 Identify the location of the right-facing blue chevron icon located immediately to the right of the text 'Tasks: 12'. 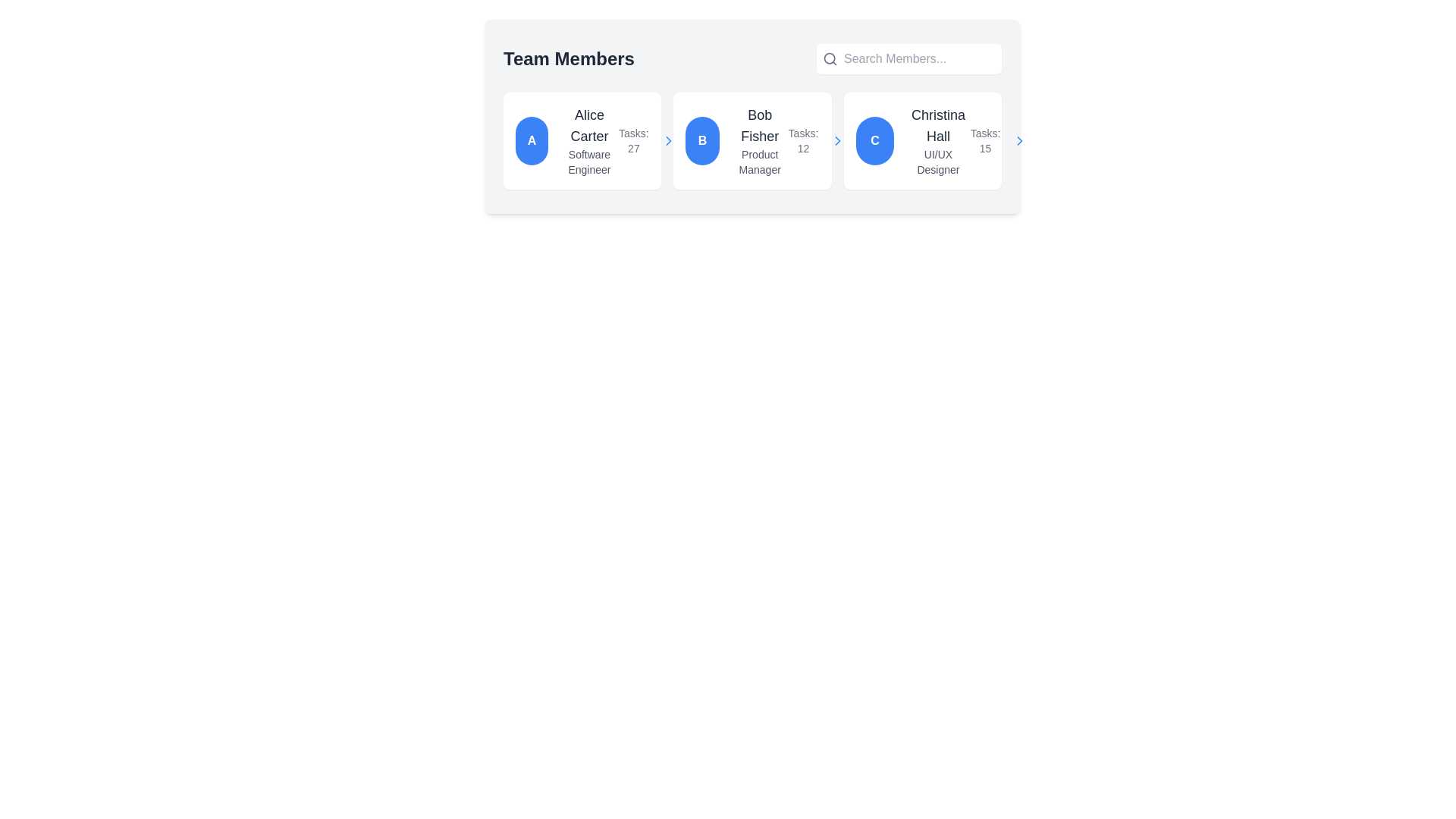
(837, 140).